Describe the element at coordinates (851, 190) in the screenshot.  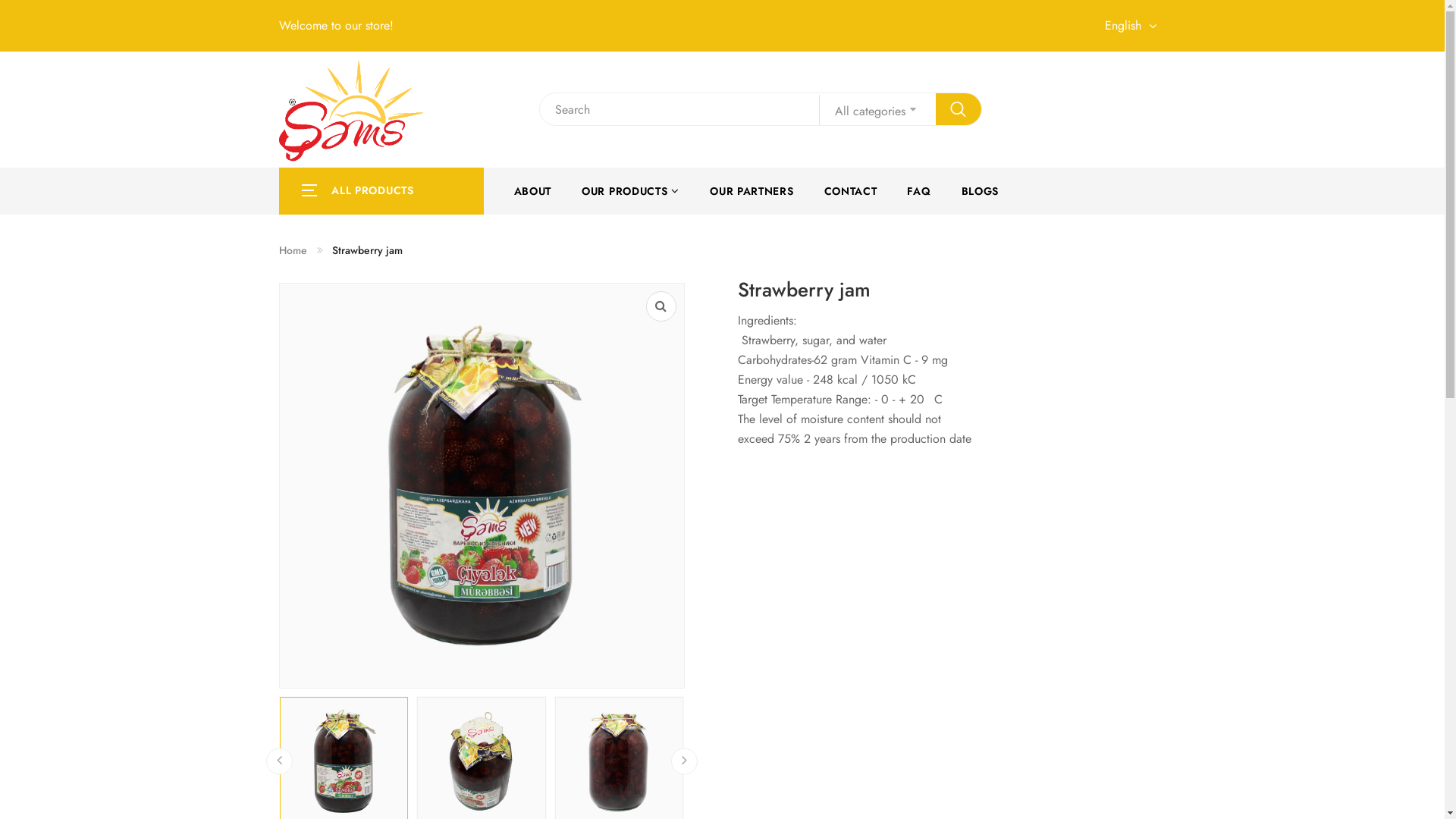
I see `'CONTACT'` at that location.